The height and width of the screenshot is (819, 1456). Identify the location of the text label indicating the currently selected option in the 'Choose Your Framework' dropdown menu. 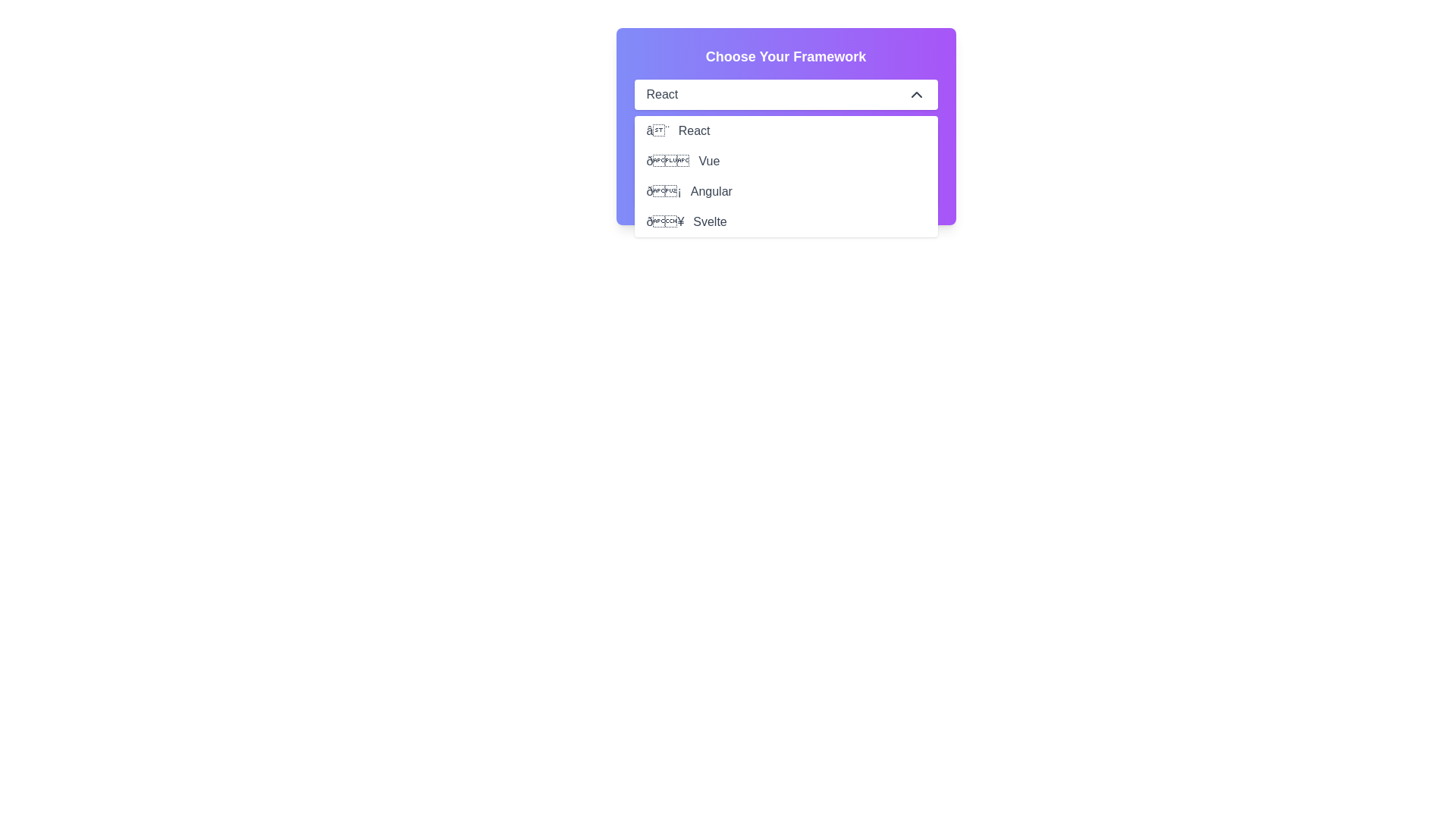
(662, 94).